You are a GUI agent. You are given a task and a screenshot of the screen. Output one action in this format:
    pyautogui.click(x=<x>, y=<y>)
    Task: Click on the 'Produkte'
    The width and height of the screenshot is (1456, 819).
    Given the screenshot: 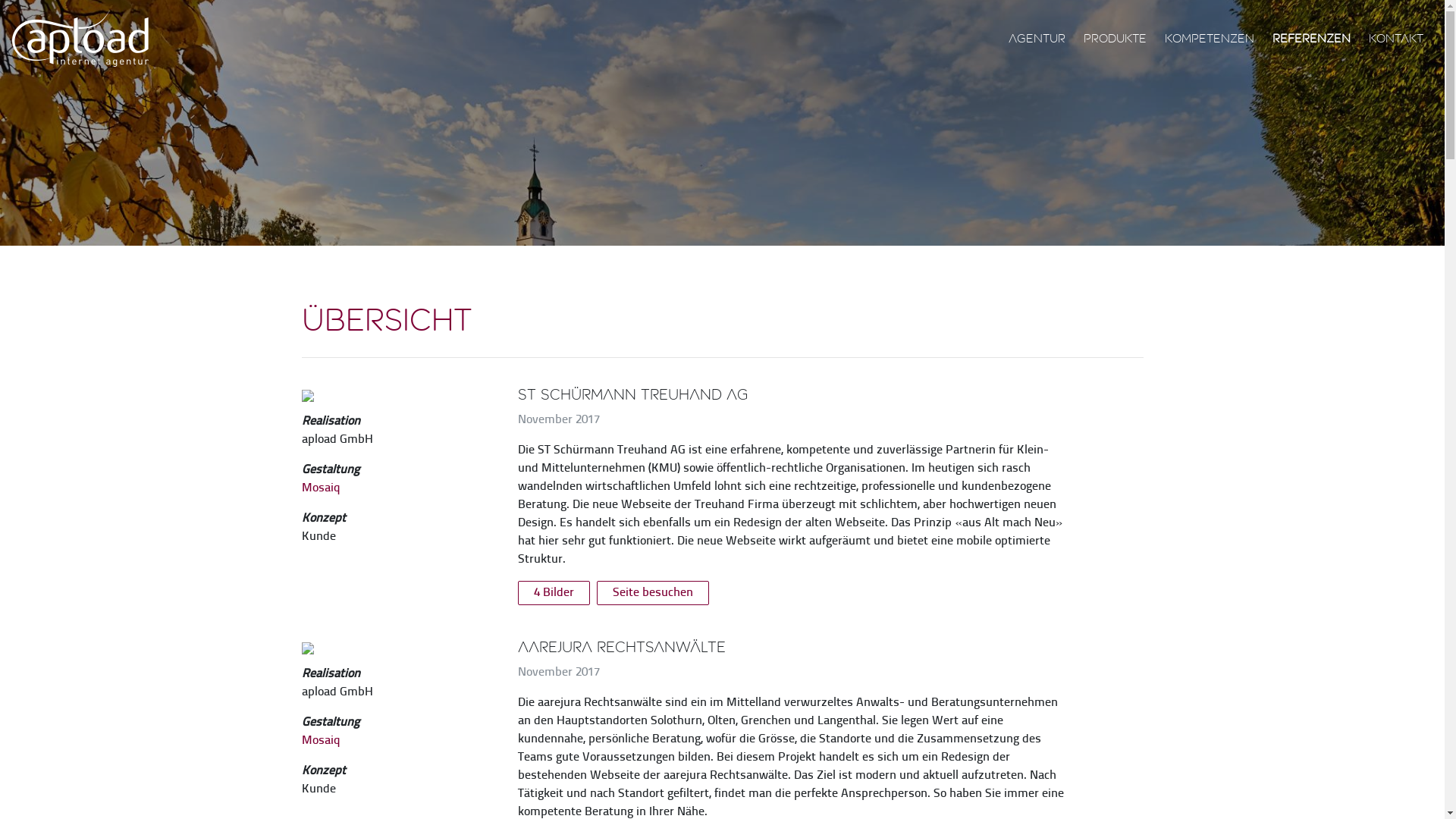 What is the action you would take?
    pyautogui.click(x=1115, y=38)
    